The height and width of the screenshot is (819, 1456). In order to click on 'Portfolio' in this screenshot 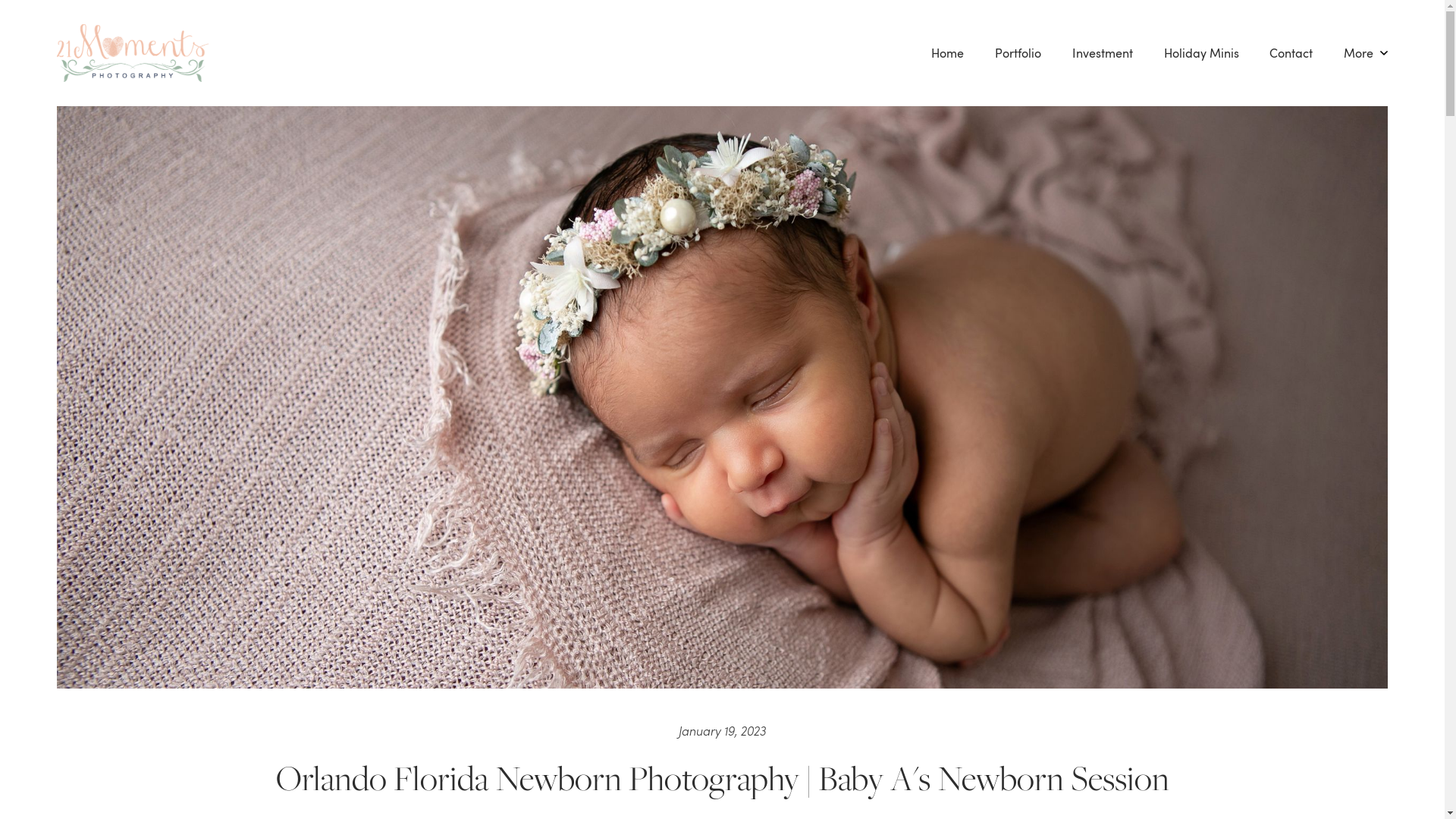, I will do `click(1018, 52)`.